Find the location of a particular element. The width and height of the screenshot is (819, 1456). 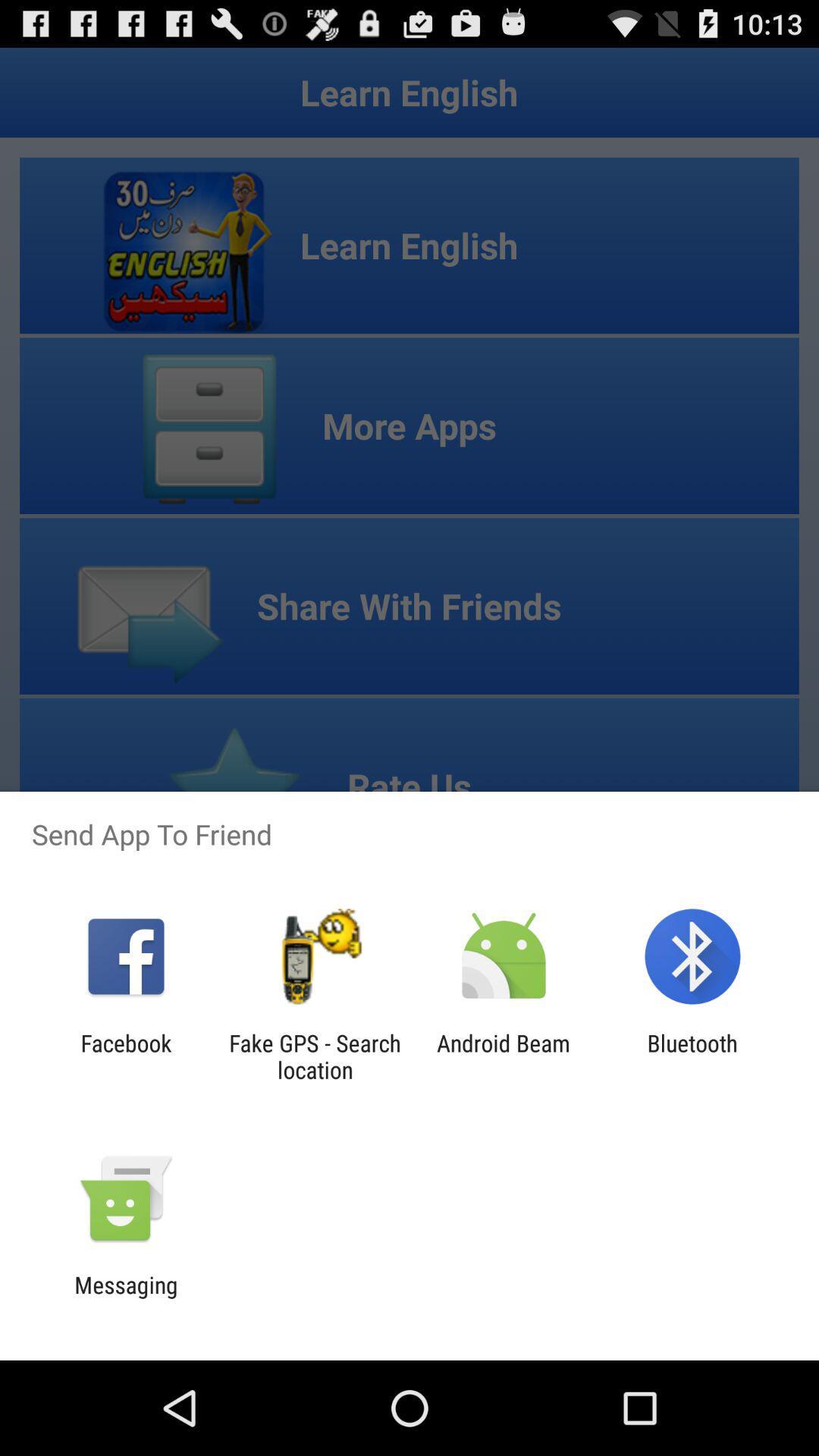

item to the right of the android beam app is located at coordinates (692, 1056).